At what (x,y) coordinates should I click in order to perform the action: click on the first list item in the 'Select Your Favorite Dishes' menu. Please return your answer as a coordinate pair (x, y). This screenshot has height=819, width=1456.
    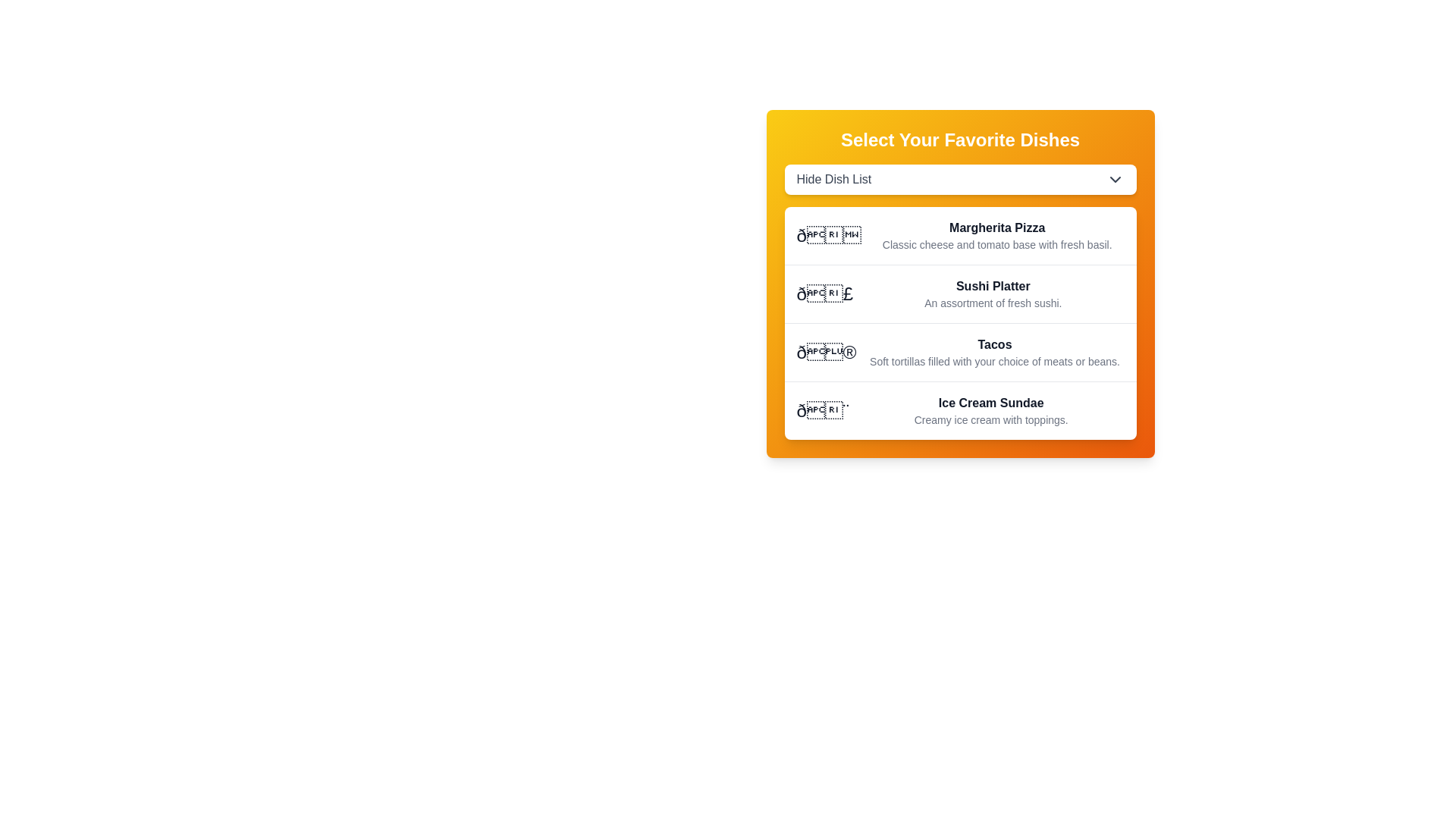
    Looking at the image, I should click on (959, 236).